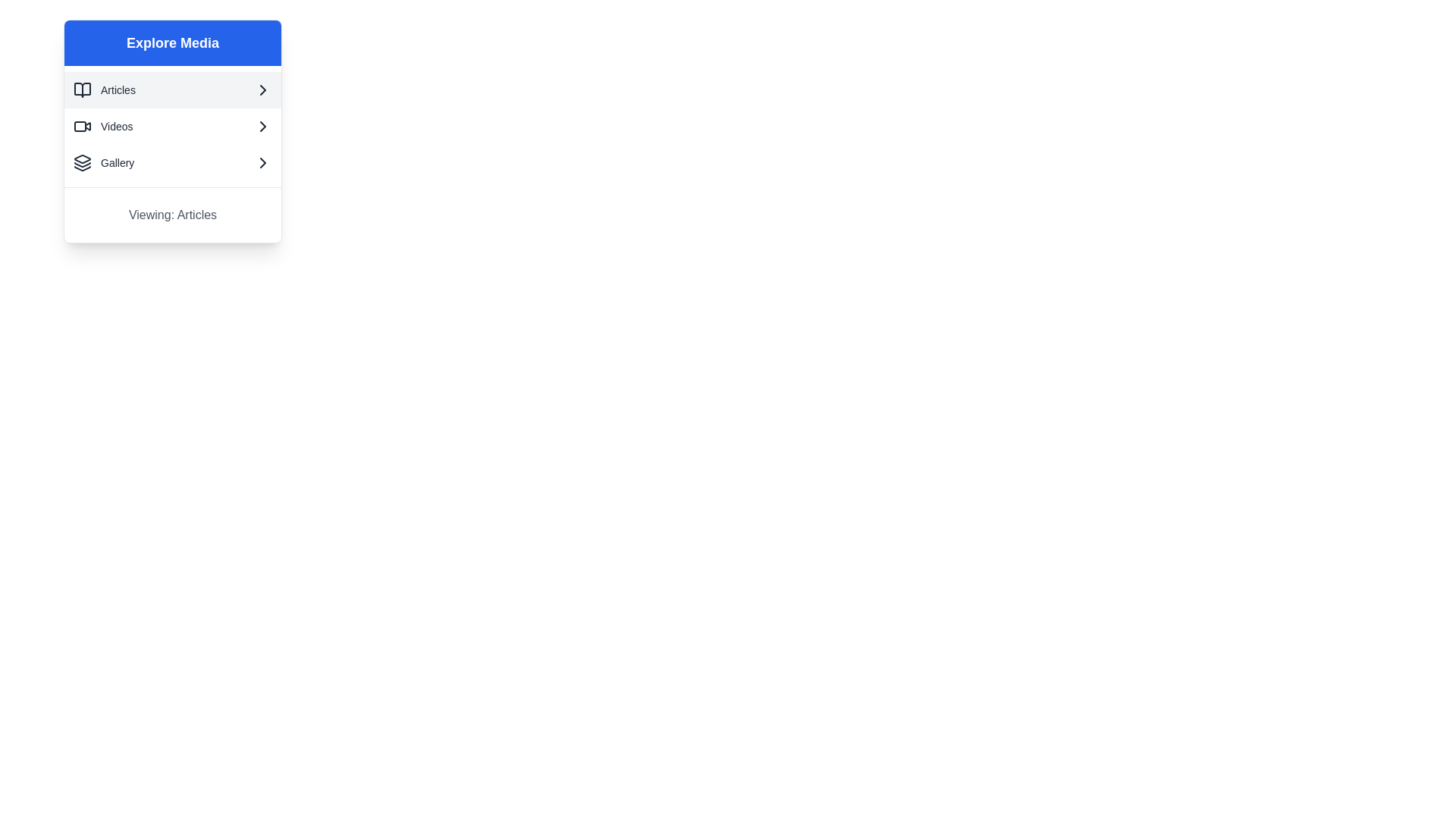 This screenshot has width=1456, height=819. What do you see at coordinates (172, 215) in the screenshot?
I see `the text label that reads 'Viewing: Articles', which is styled in gray and located below the 'Gallery' option within the 'Explore Media' section` at bounding box center [172, 215].